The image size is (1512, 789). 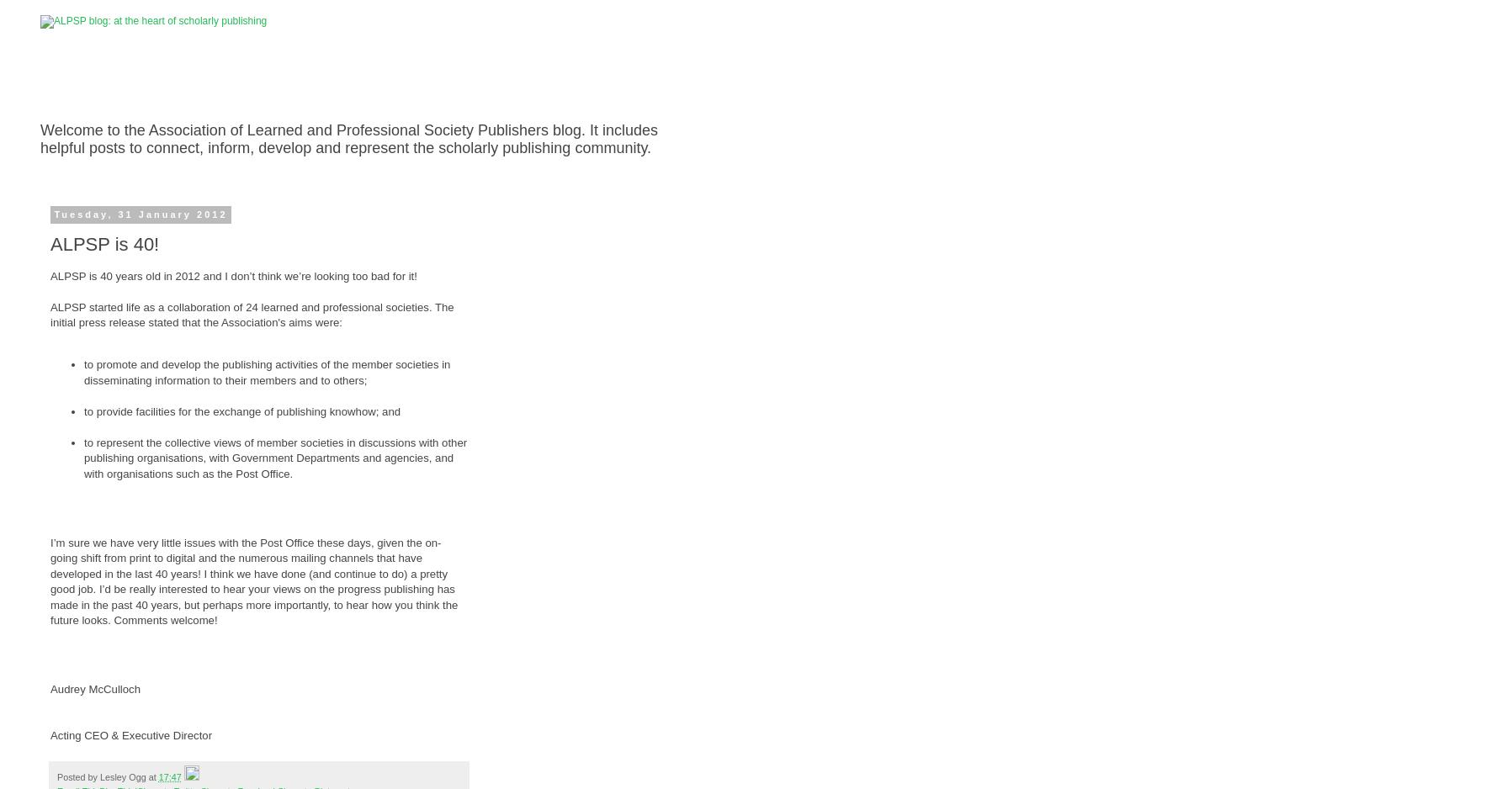 I want to click on 'Audrey McCulloch', so click(x=94, y=688).